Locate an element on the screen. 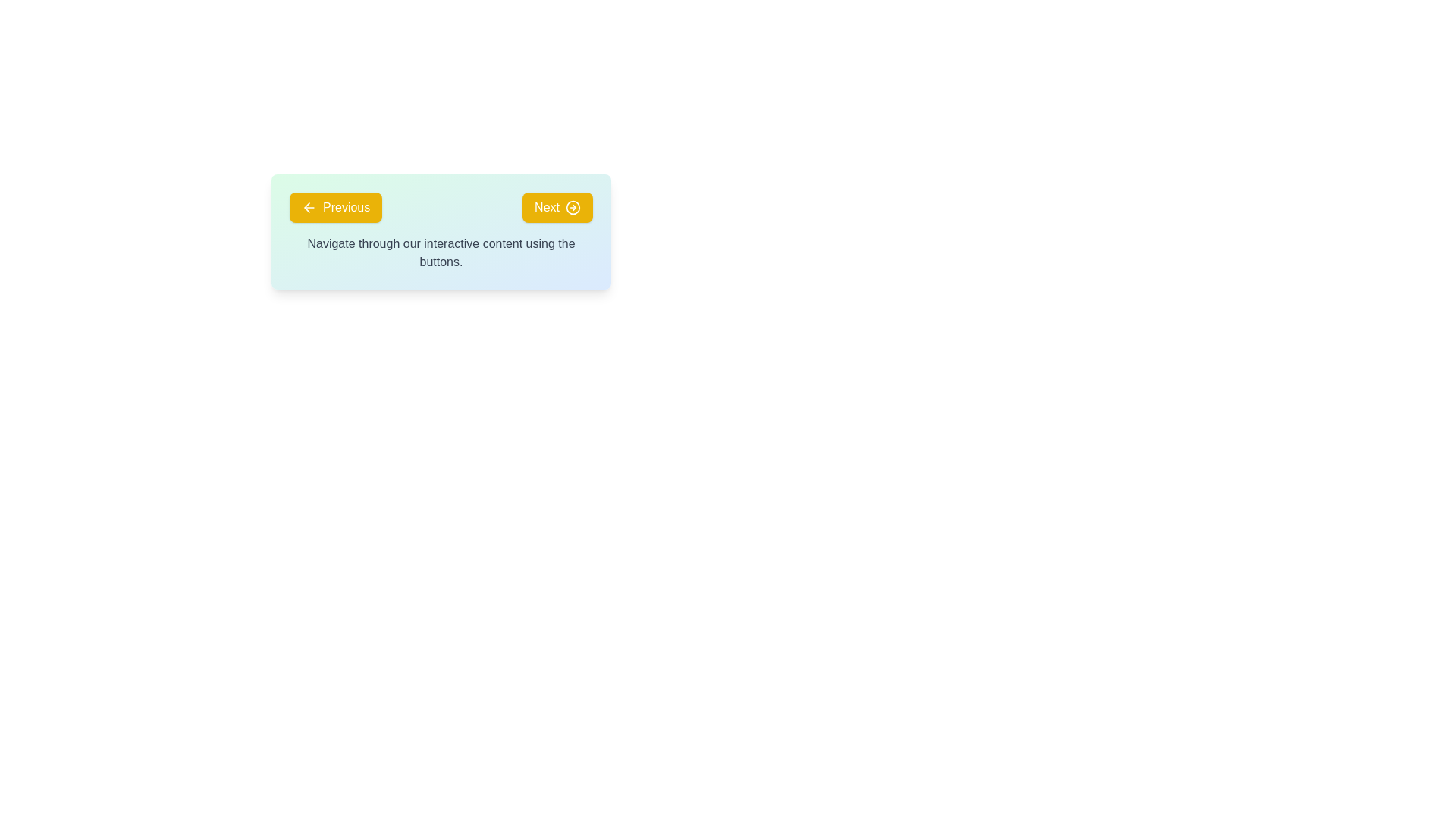 Image resolution: width=1456 pixels, height=819 pixels. the 'Next' button, which is a horizontally rectangular button labeled with bold white font on a bright yellow background, featuring a right-pointing arrow icon is located at coordinates (557, 207).